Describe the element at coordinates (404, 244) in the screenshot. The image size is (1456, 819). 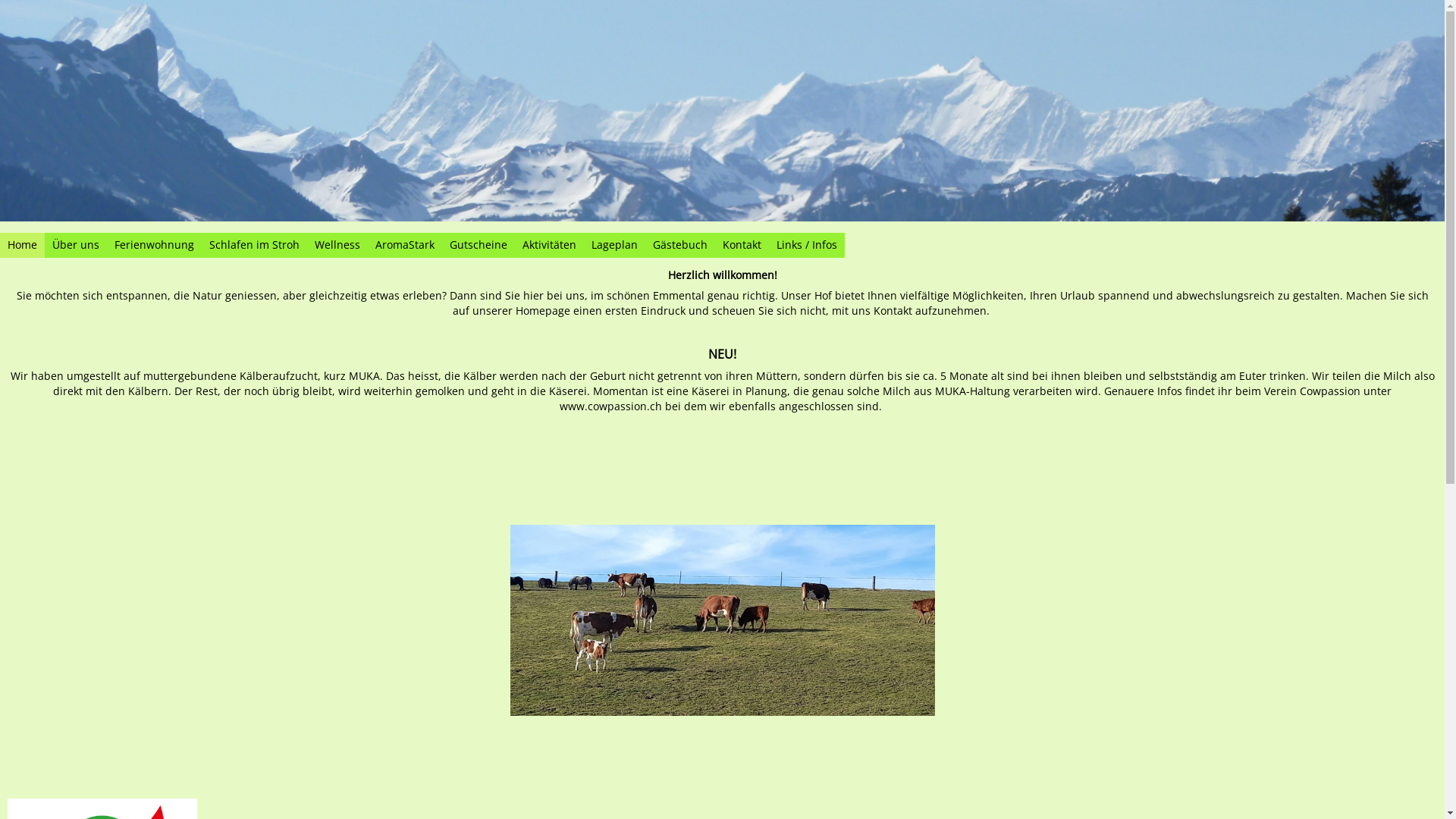
I see `'AromaStark'` at that location.